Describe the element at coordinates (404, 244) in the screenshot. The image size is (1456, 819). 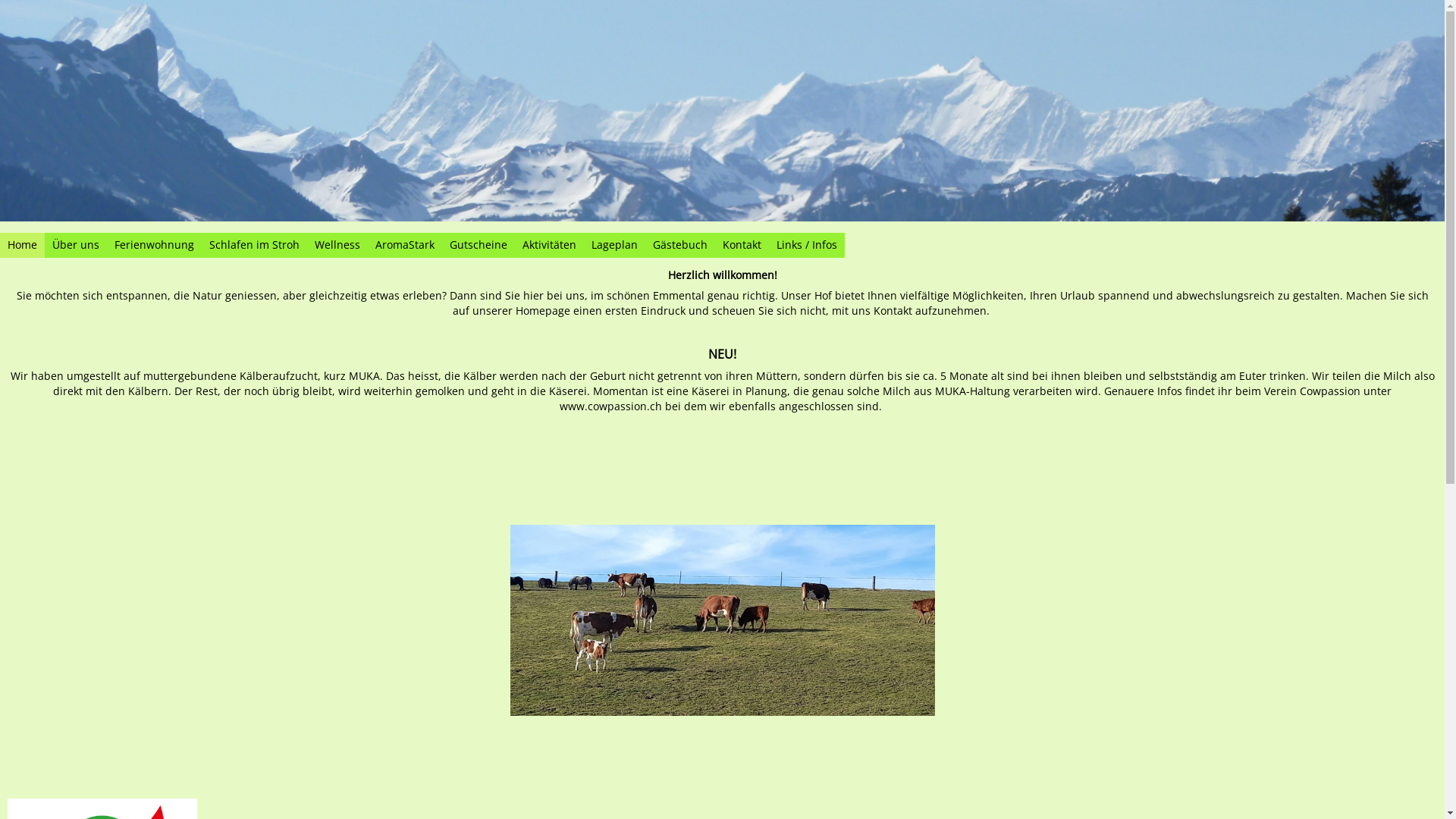
I see `'AromaStark'` at that location.